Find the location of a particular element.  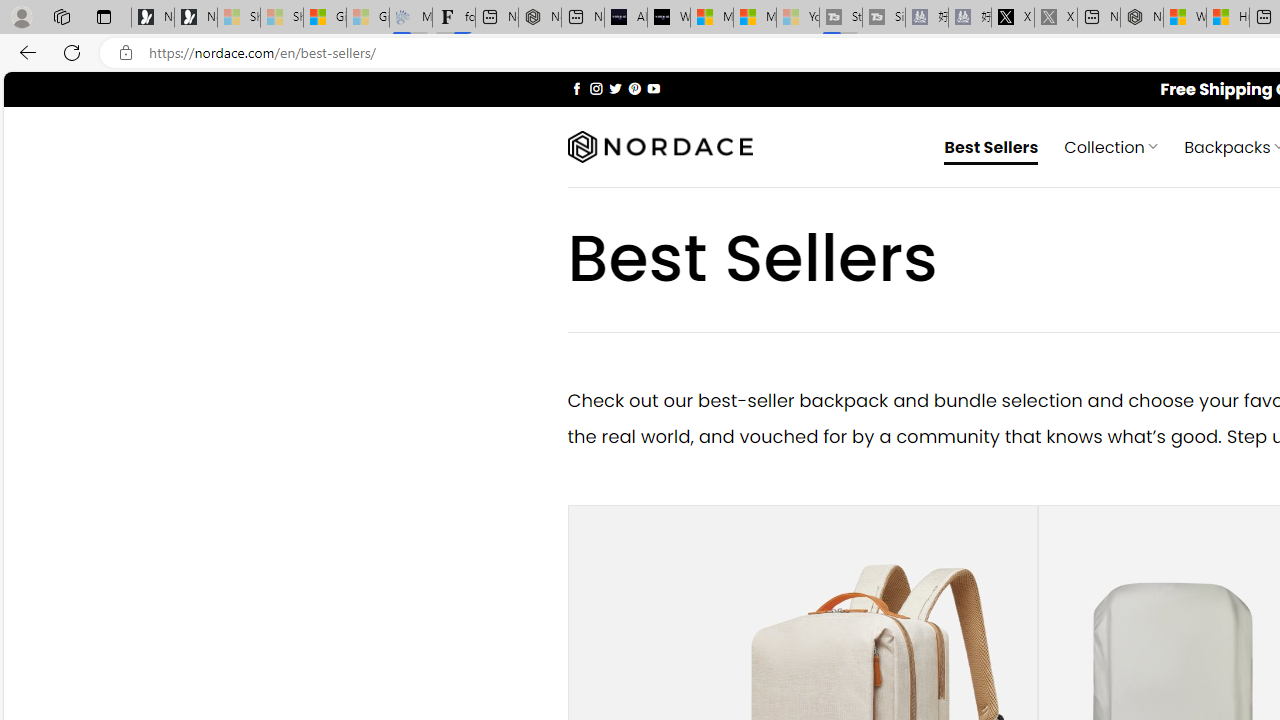

'Nordace - #1 Japanese Best-Seller - Siena Smart Backpack' is located at coordinates (539, 17).